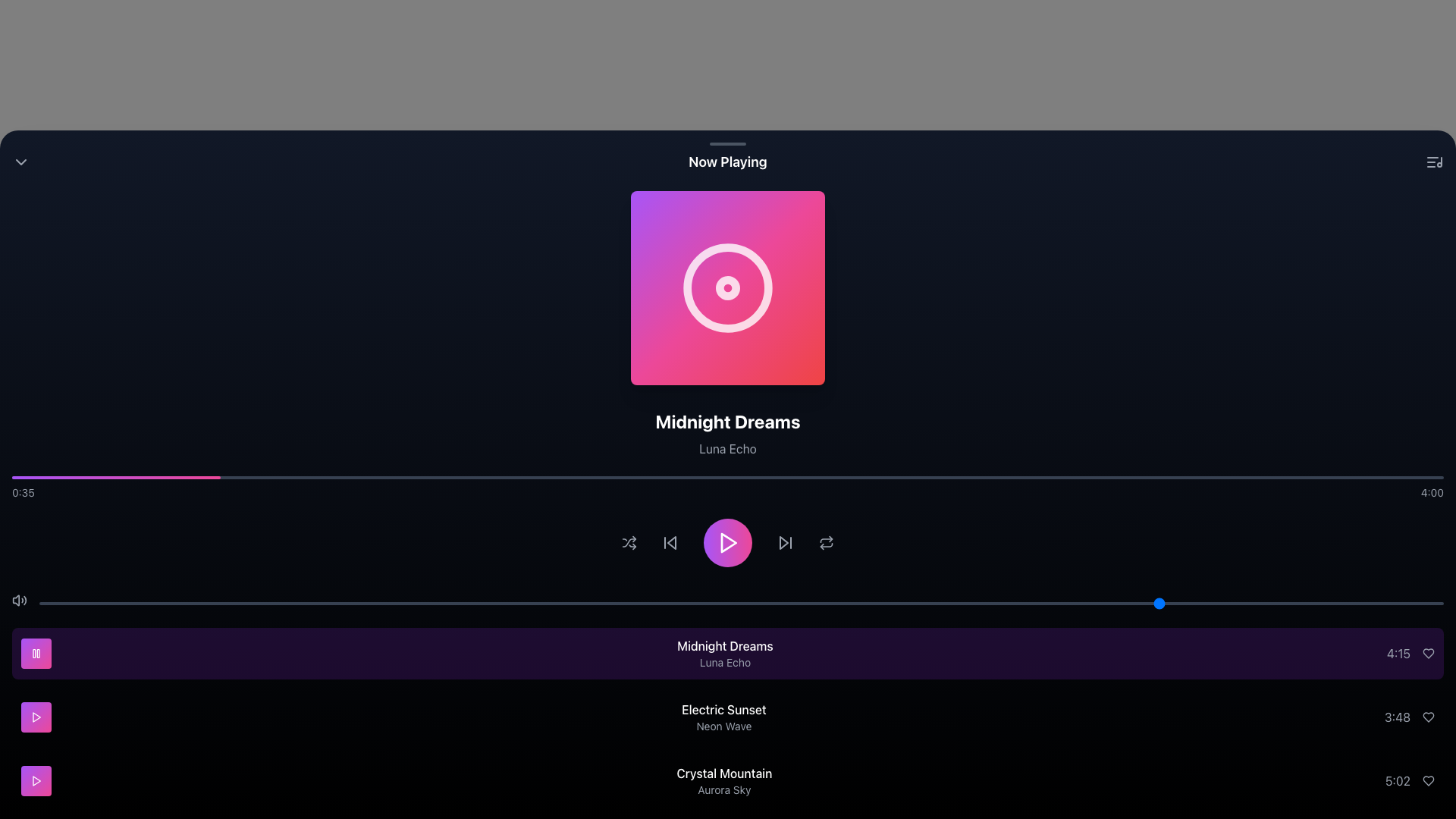  I want to click on the circular icon with a spinning animation, styled in white at 80% opacity, located in the upper section of the interface above the text 'Midnight Dreams' and 'Luna Echo', so click(728, 288).